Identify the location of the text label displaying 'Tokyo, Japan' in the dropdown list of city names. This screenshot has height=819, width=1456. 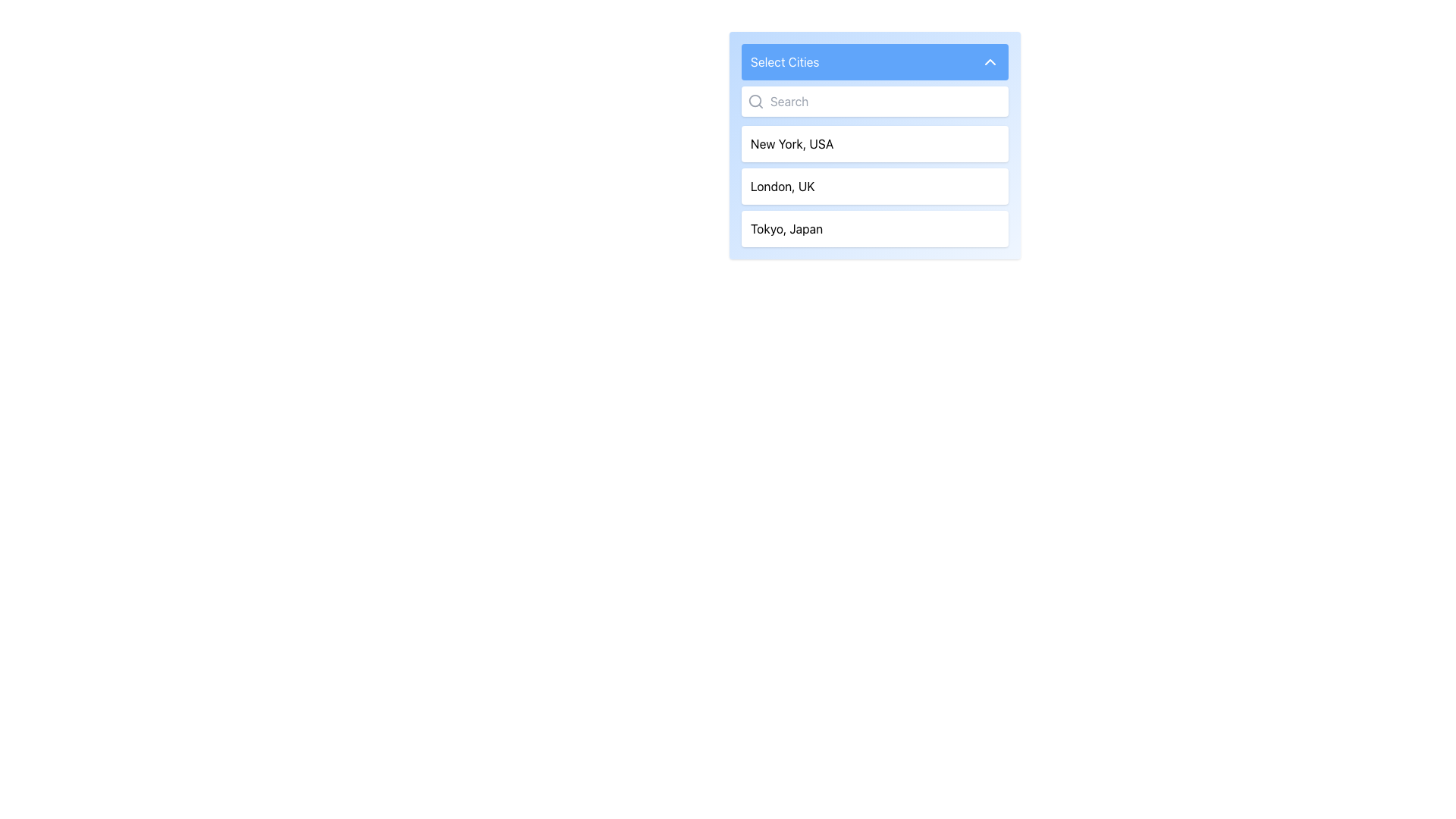
(786, 228).